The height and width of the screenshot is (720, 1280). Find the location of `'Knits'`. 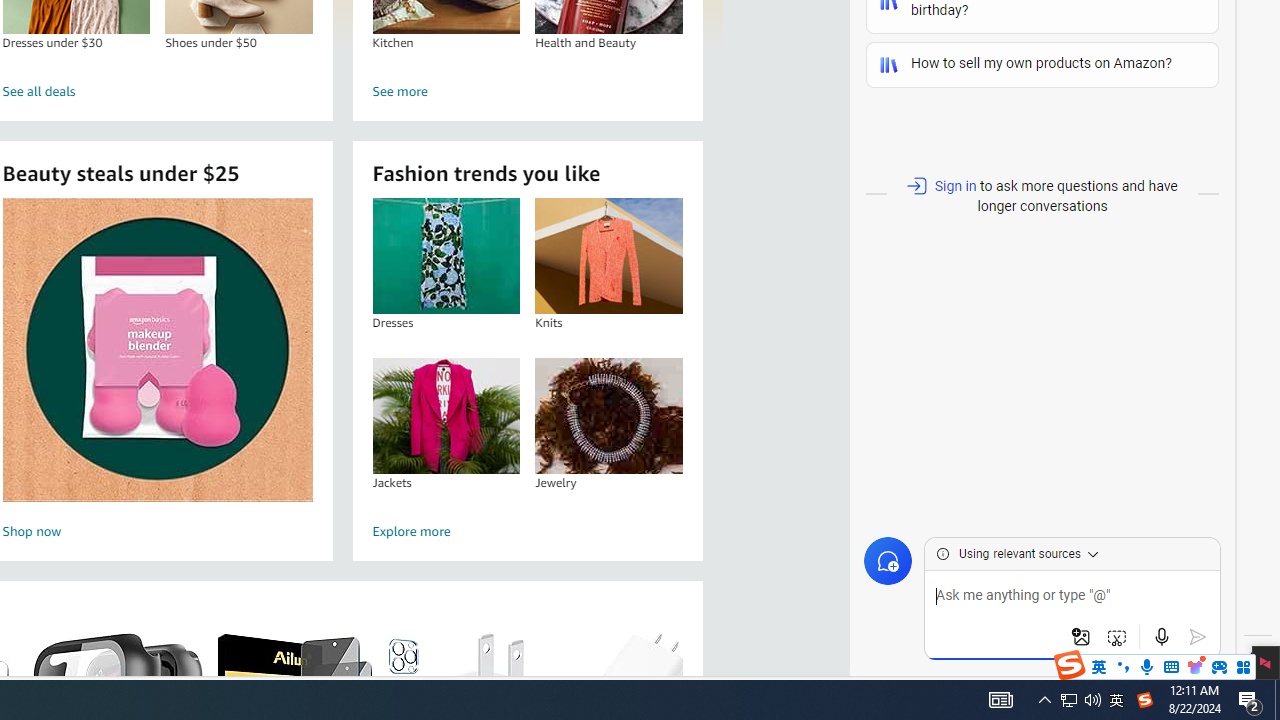

'Knits' is located at coordinates (608, 255).